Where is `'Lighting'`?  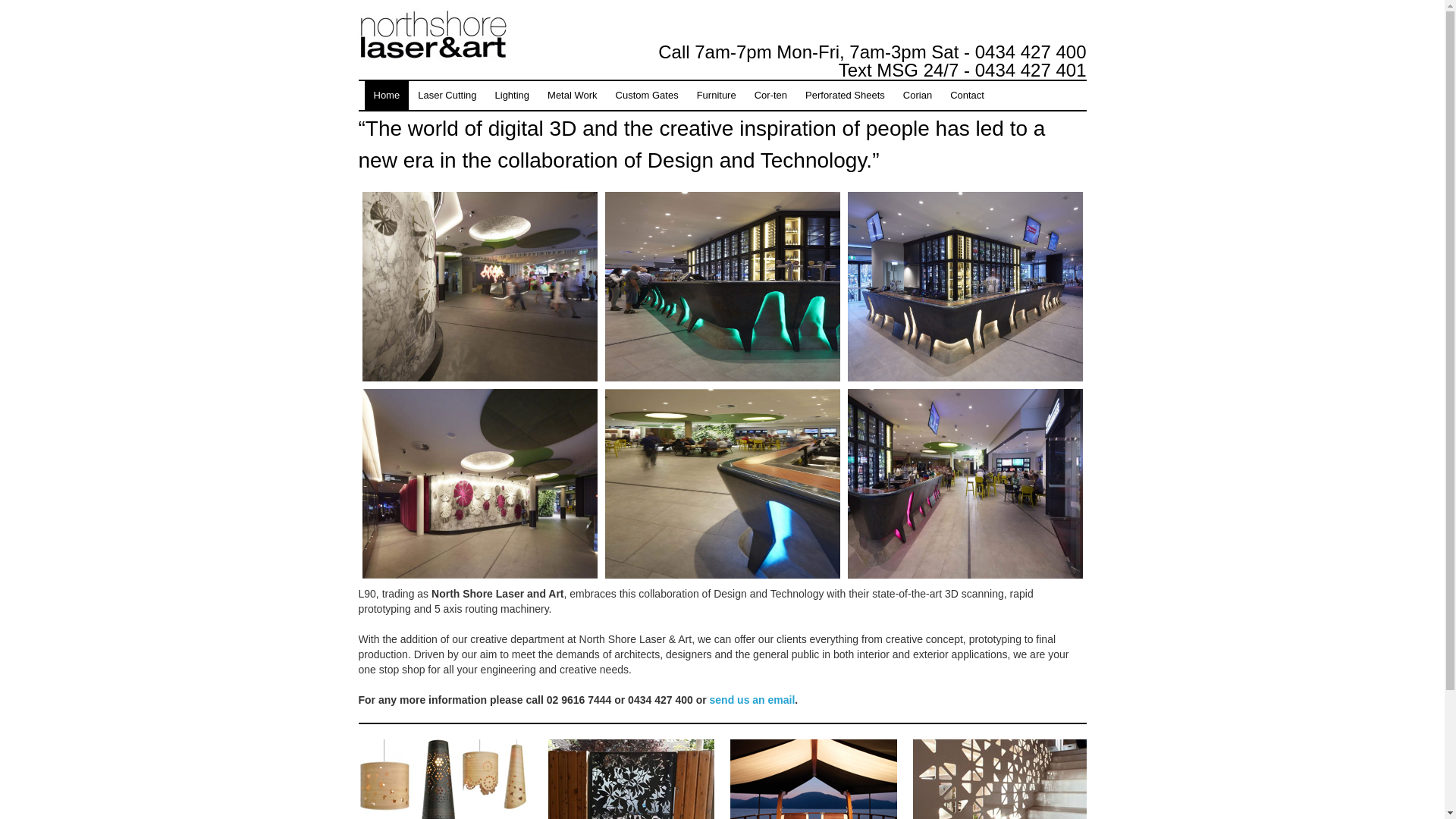
'Lighting' is located at coordinates (513, 96).